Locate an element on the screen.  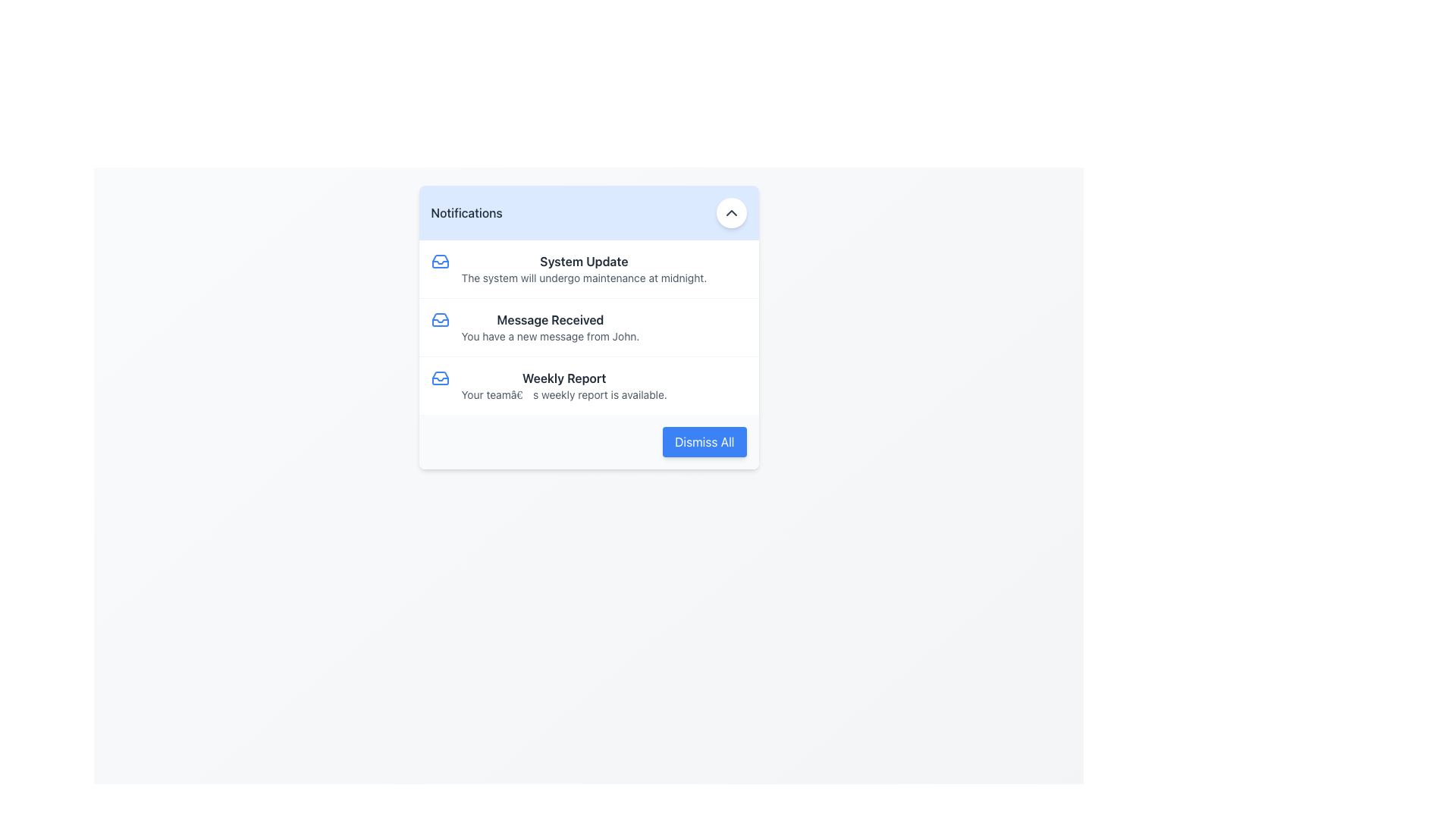
text label that says 'System Update,' which is styled in bold dark gray font and located in the notifications dialog box is located at coordinates (583, 260).